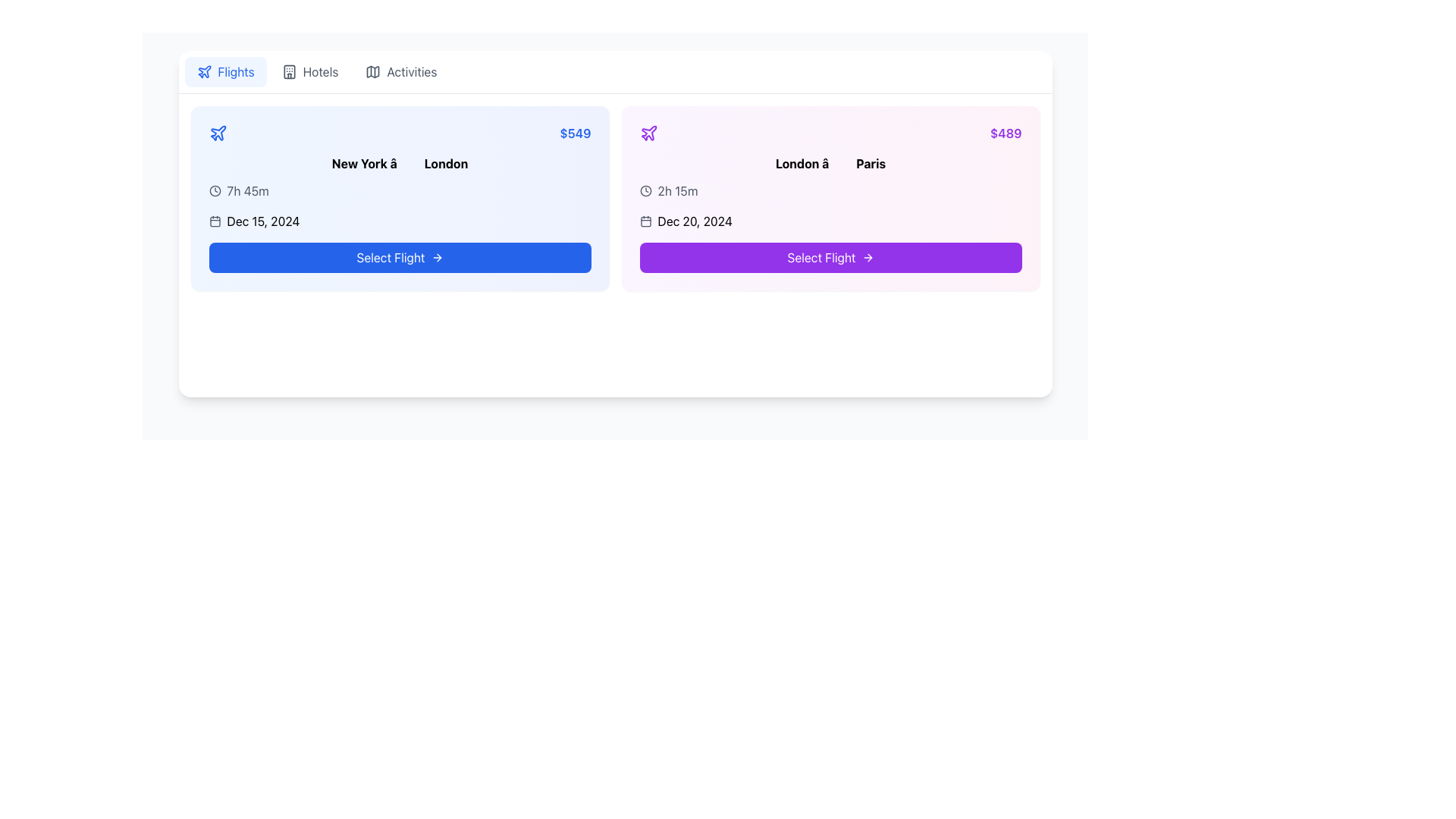 The height and width of the screenshot is (819, 1456). Describe the element at coordinates (830, 256) in the screenshot. I see `the call-to-action button at the bottom of the flight details card` at that location.